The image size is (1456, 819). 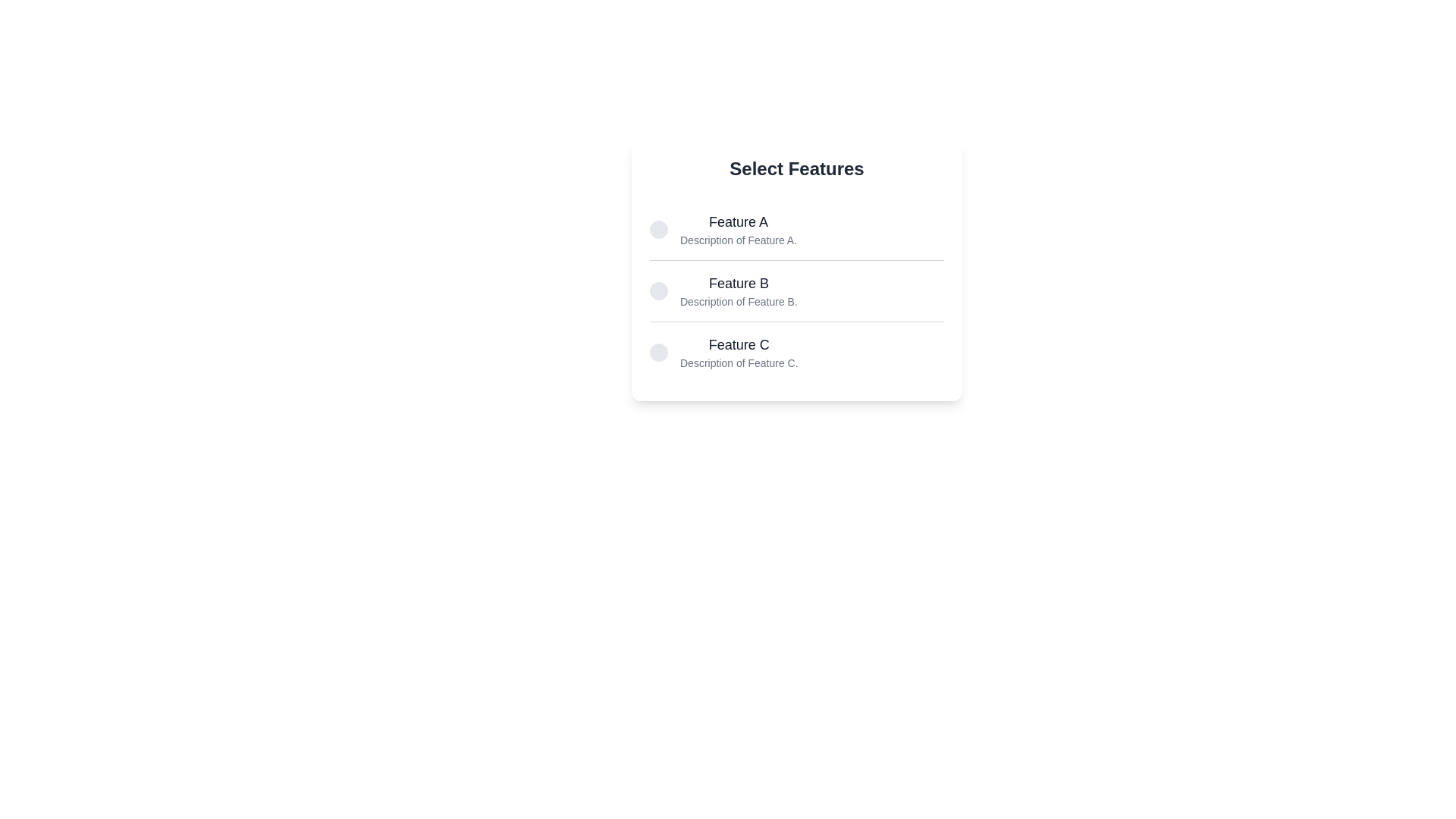 What do you see at coordinates (739, 362) in the screenshot?
I see `the text label displaying 'Description of Feature C.' which is located under the 'Feature C' heading and aligned to its left` at bounding box center [739, 362].